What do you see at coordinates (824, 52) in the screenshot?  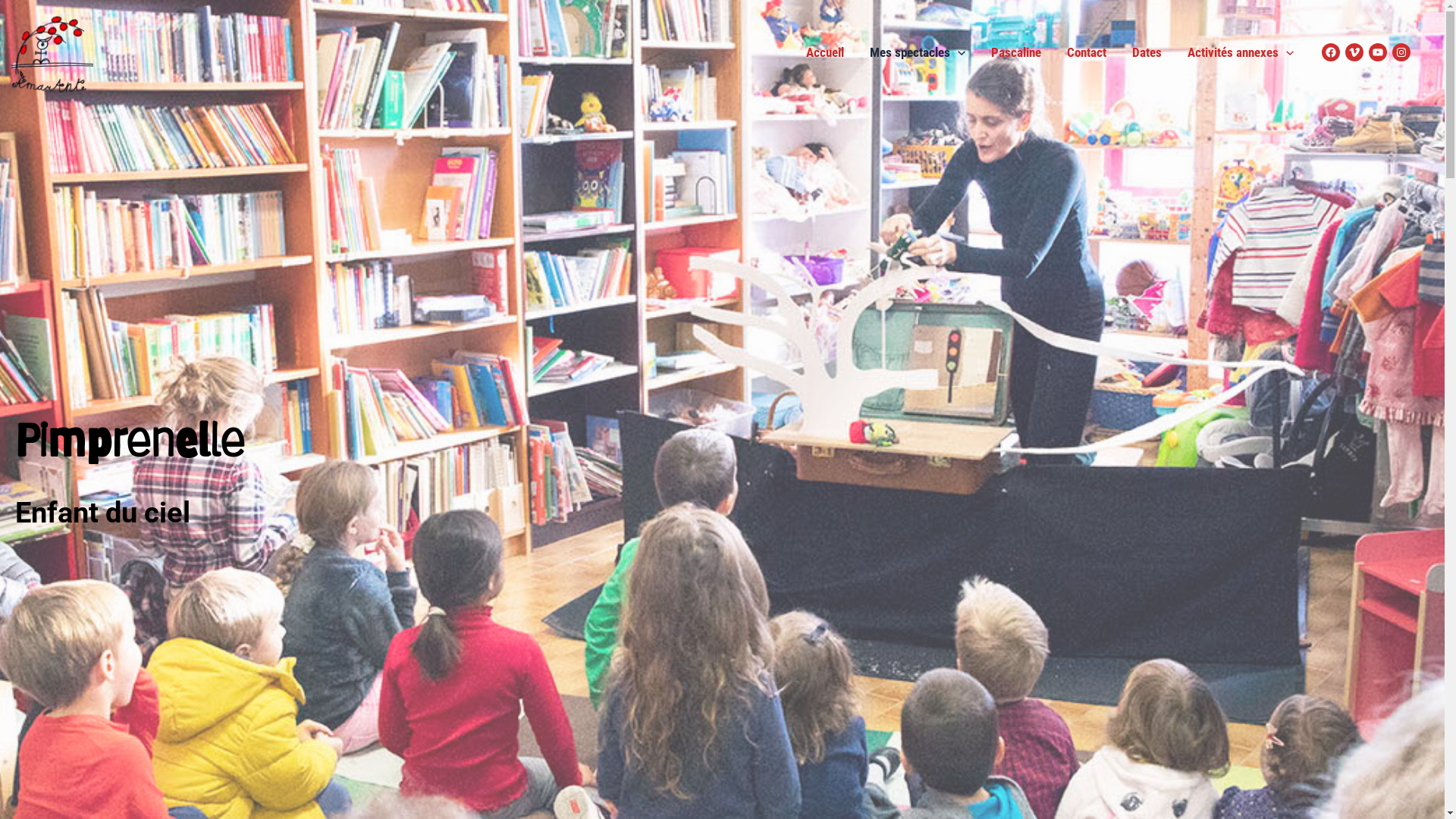 I see `'Accueil'` at bounding box center [824, 52].